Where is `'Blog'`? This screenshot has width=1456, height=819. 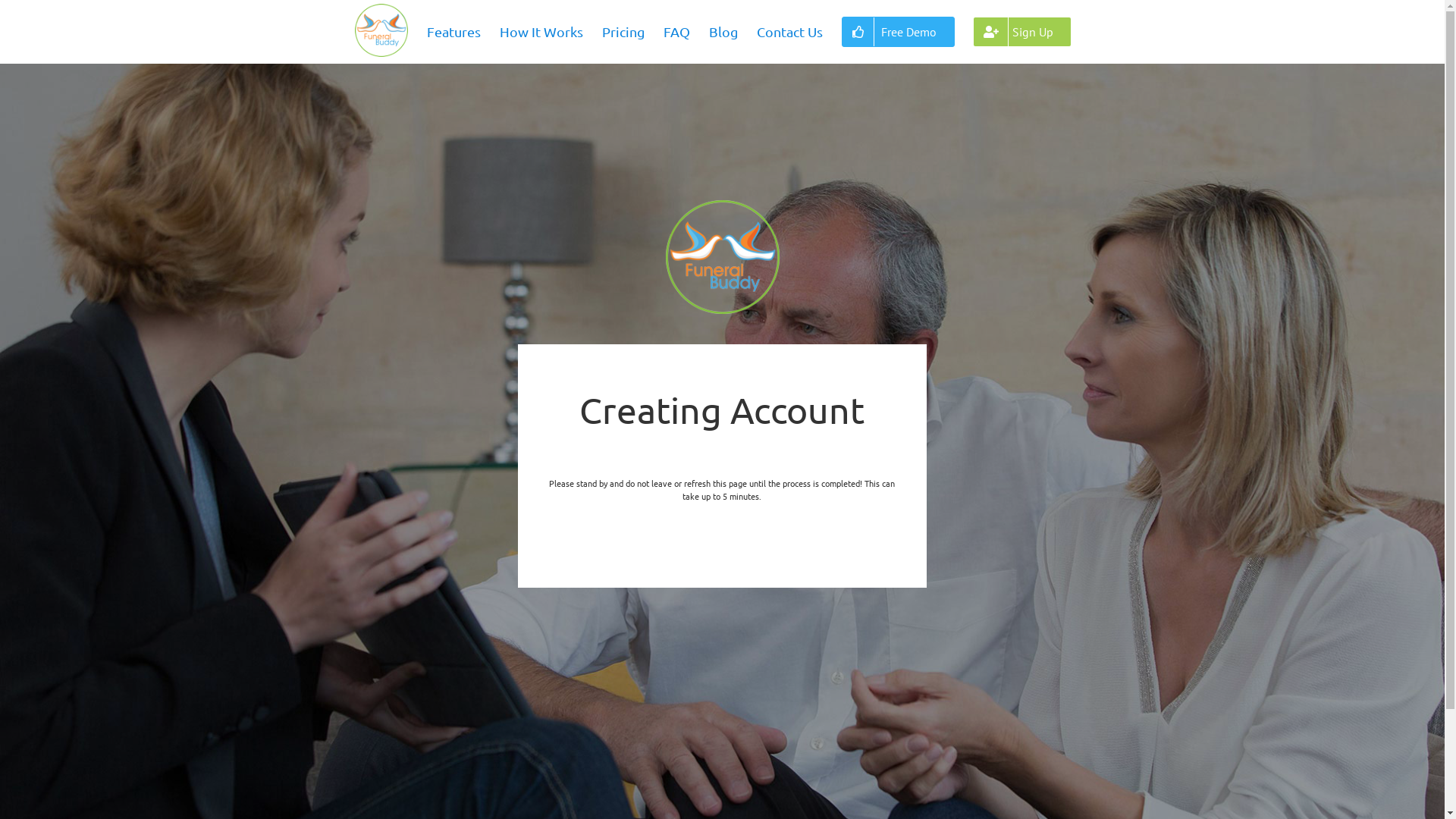
'Blog' is located at coordinates (723, 32).